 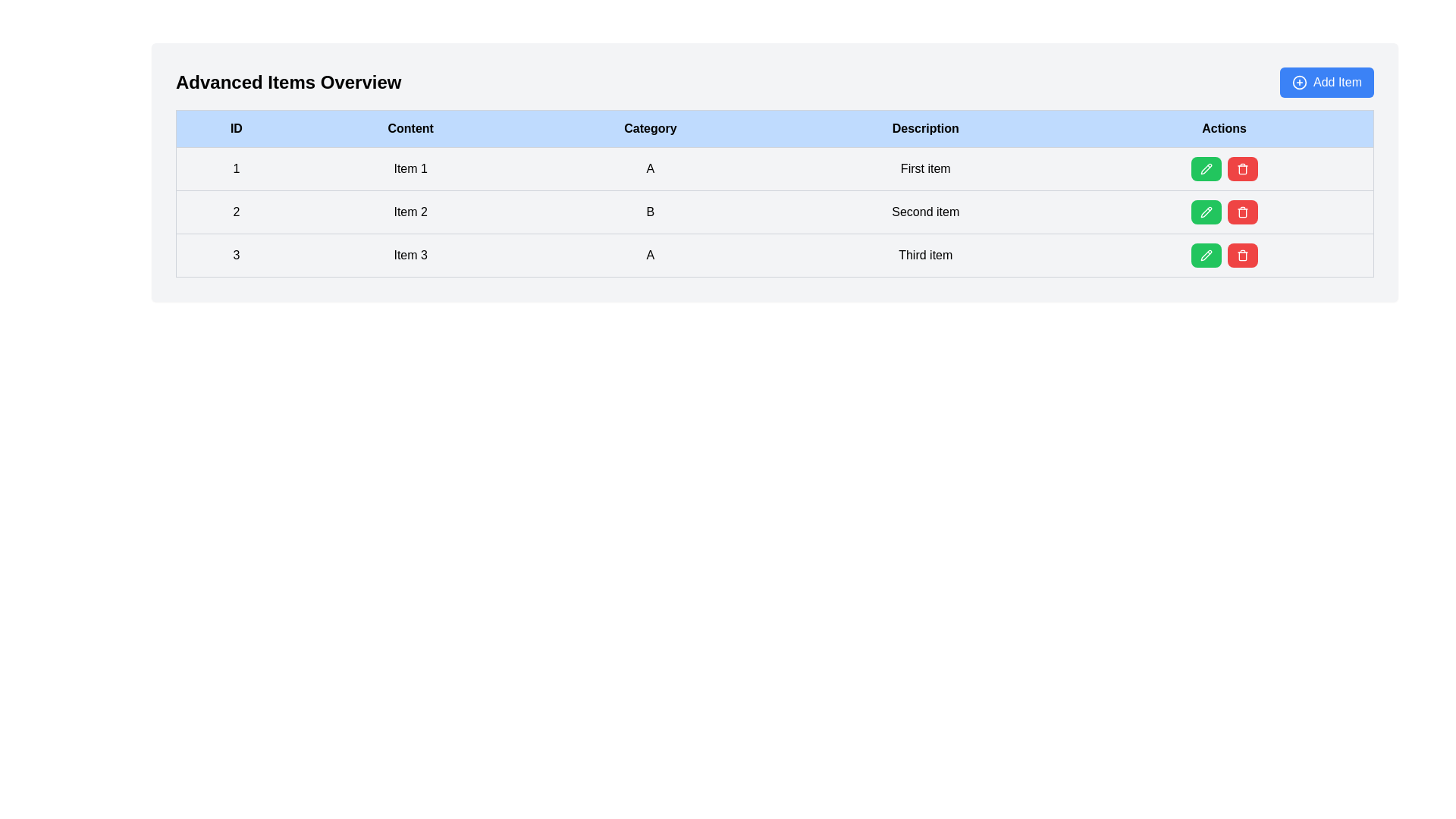 I want to click on text content of the category label 'A' located in the third row of the table under the 'Category' column, so click(x=650, y=254).